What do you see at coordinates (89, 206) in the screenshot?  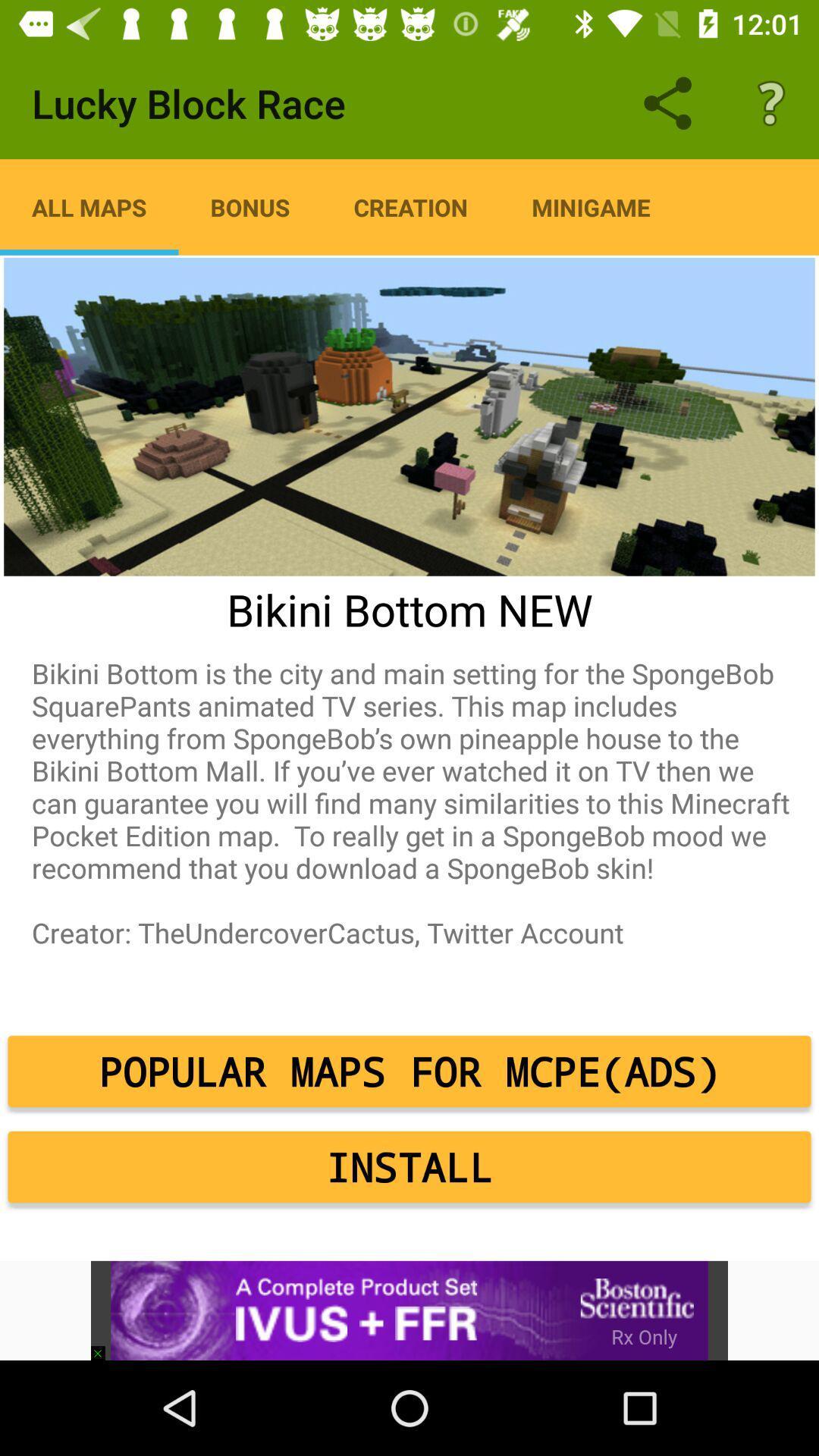 I see `icon below the lucky block race item` at bounding box center [89, 206].